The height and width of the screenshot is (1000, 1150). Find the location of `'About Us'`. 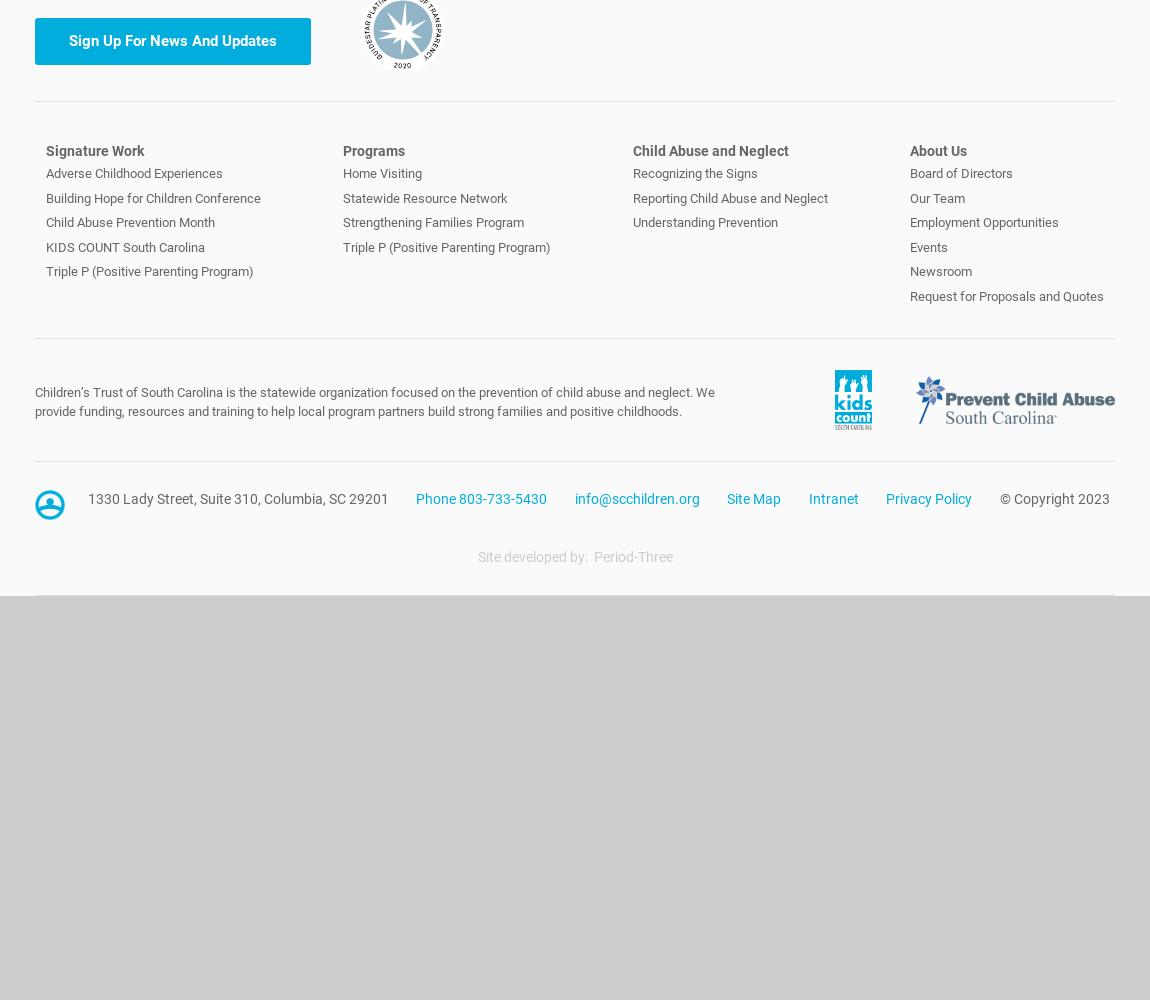

'About Us' is located at coordinates (938, 150).